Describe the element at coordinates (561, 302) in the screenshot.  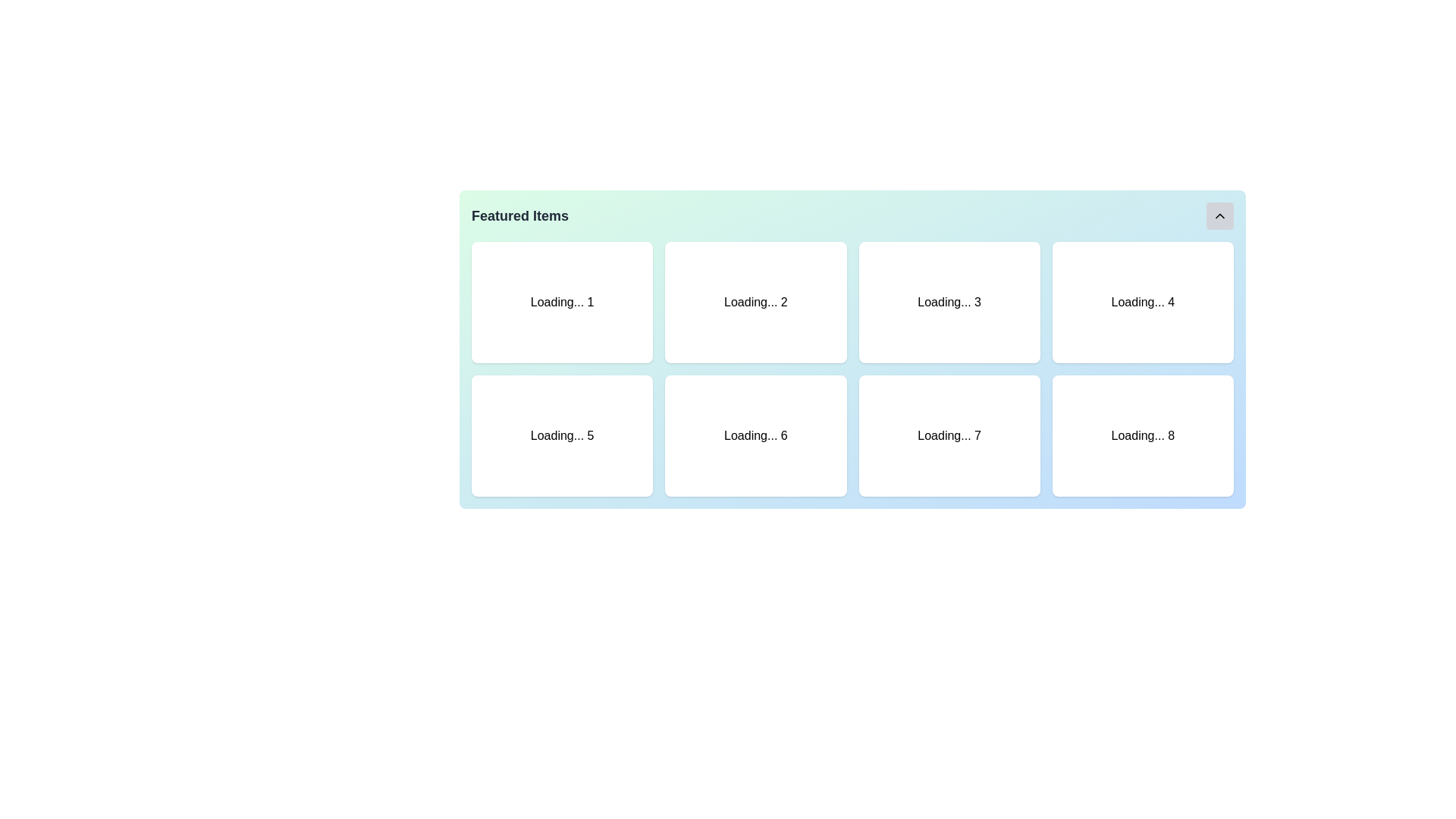
I see `the white rectangular loading box with rounded corners that contains the text 'Loading... 1', located in the first row and first column of the grid layout` at that location.